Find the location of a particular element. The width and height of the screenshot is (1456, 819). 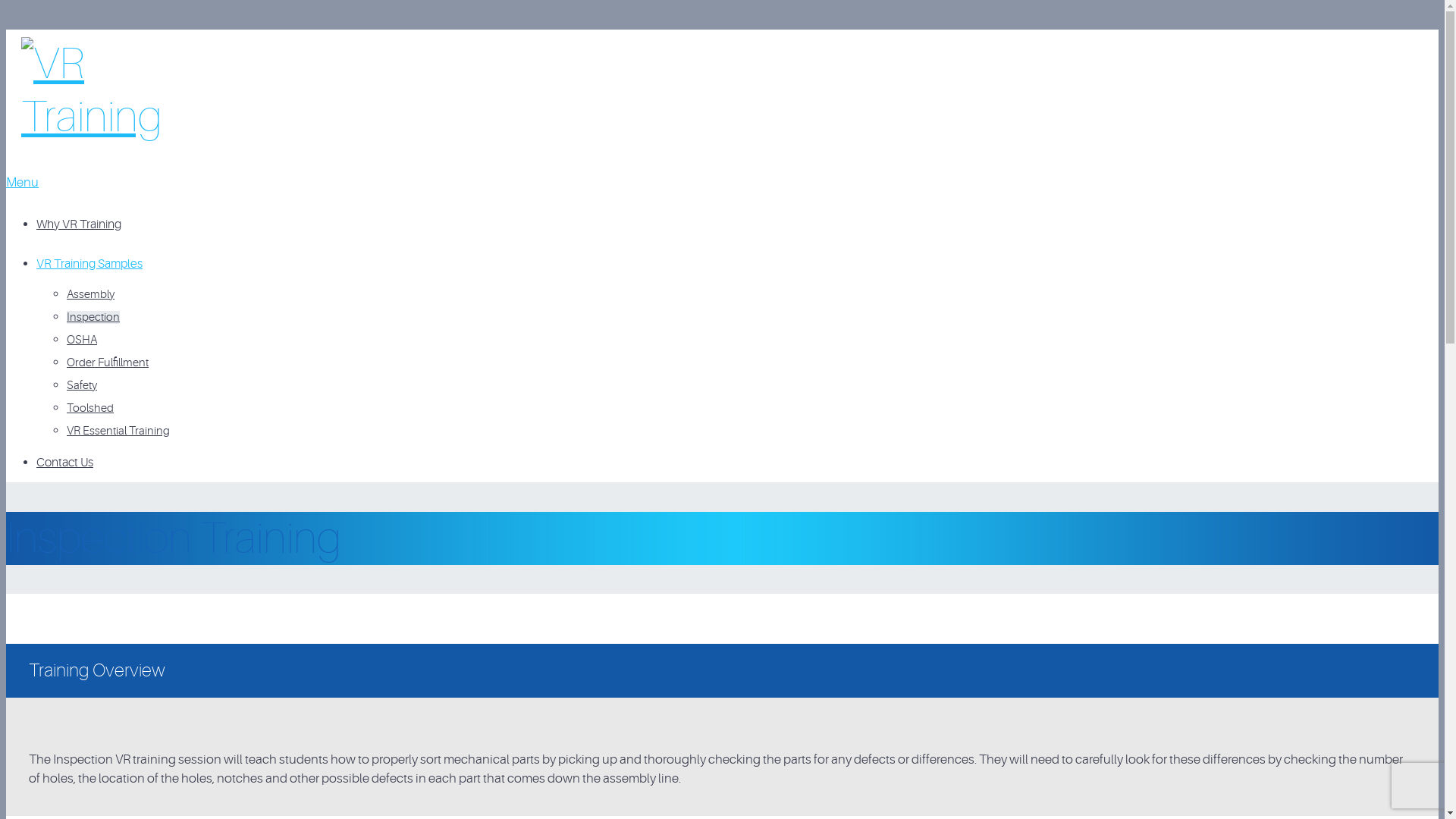

'Menu' is located at coordinates (22, 181).